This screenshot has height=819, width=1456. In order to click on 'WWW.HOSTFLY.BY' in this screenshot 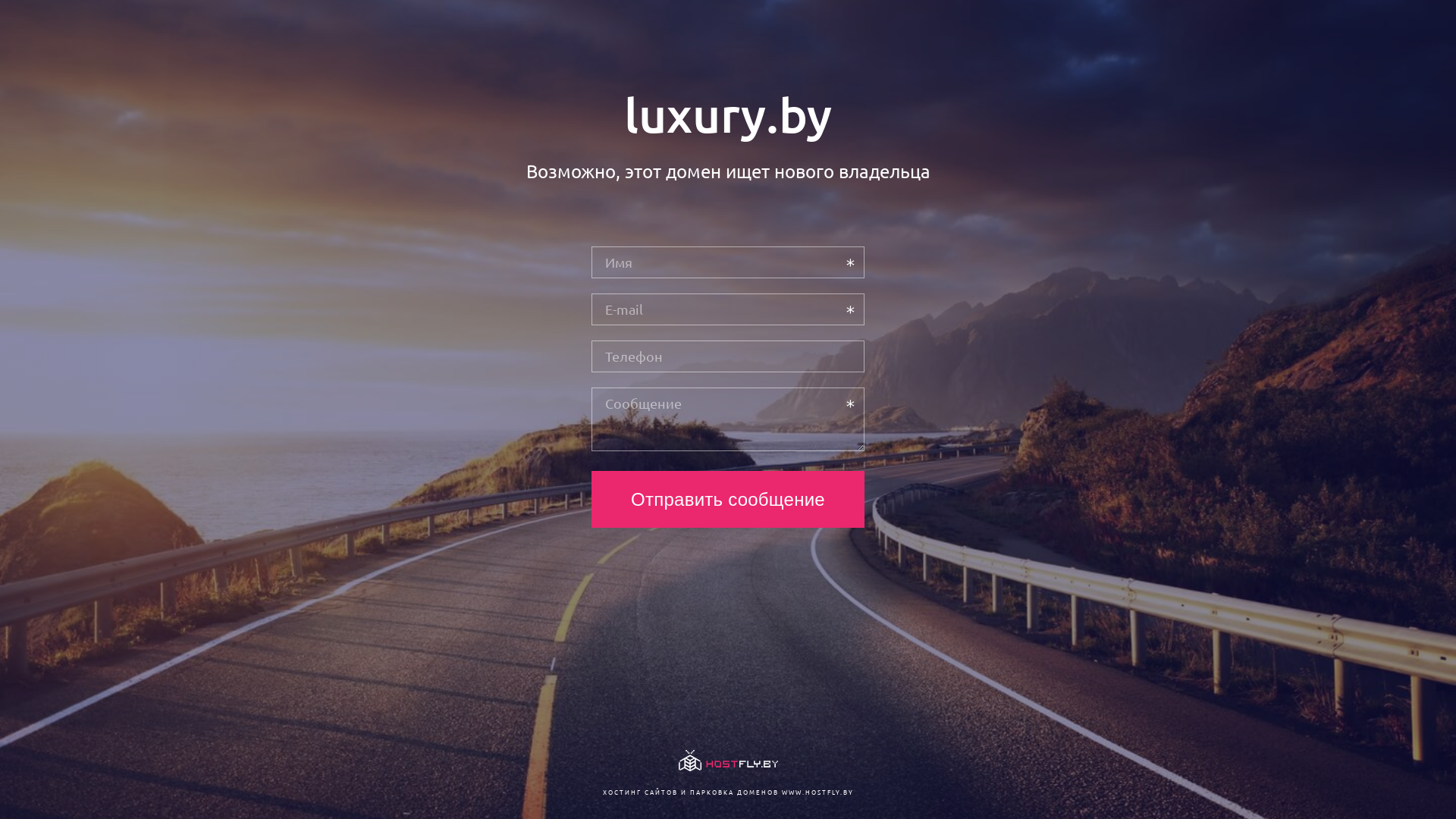, I will do `click(816, 791)`.